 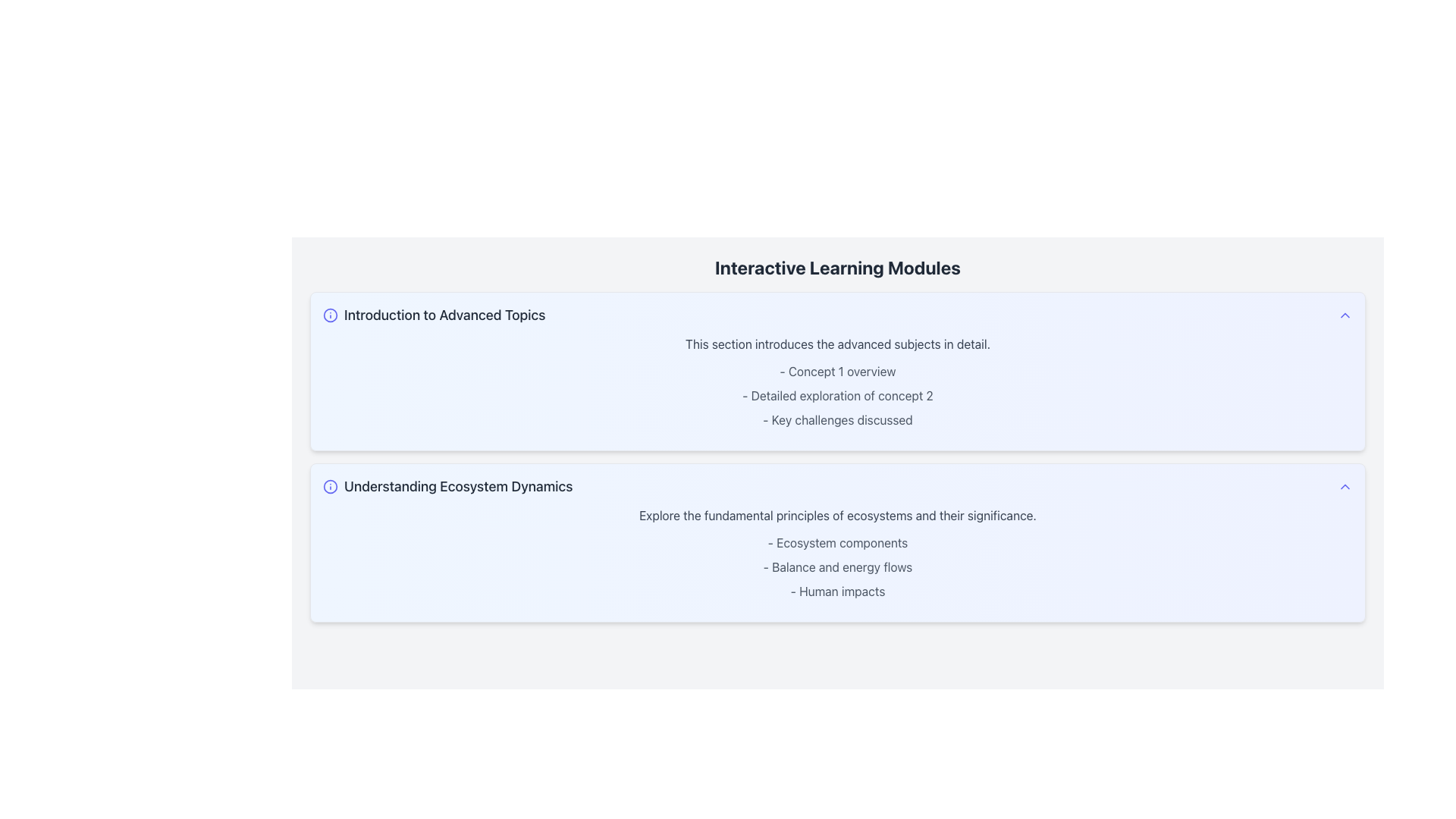 What do you see at coordinates (836, 514) in the screenshot?
I see `text that provides a summary of the principles of ecosystems and their importance, located below the header 'Understanding Ecosystem Dynamics.'` at bounding box center [836, 514].